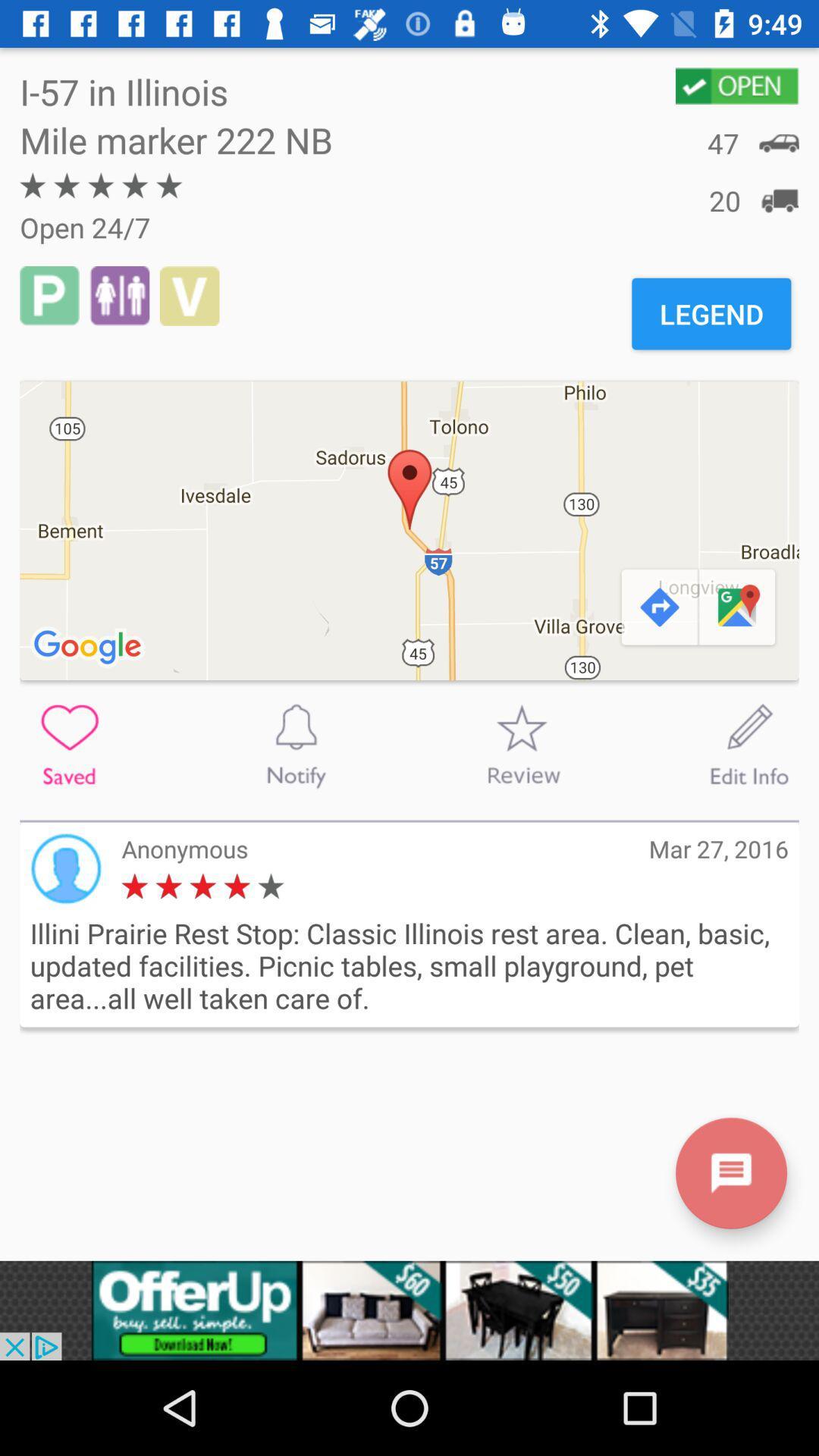 The image size is (819, 1456). I want to click on saved button, so click(69, 745).